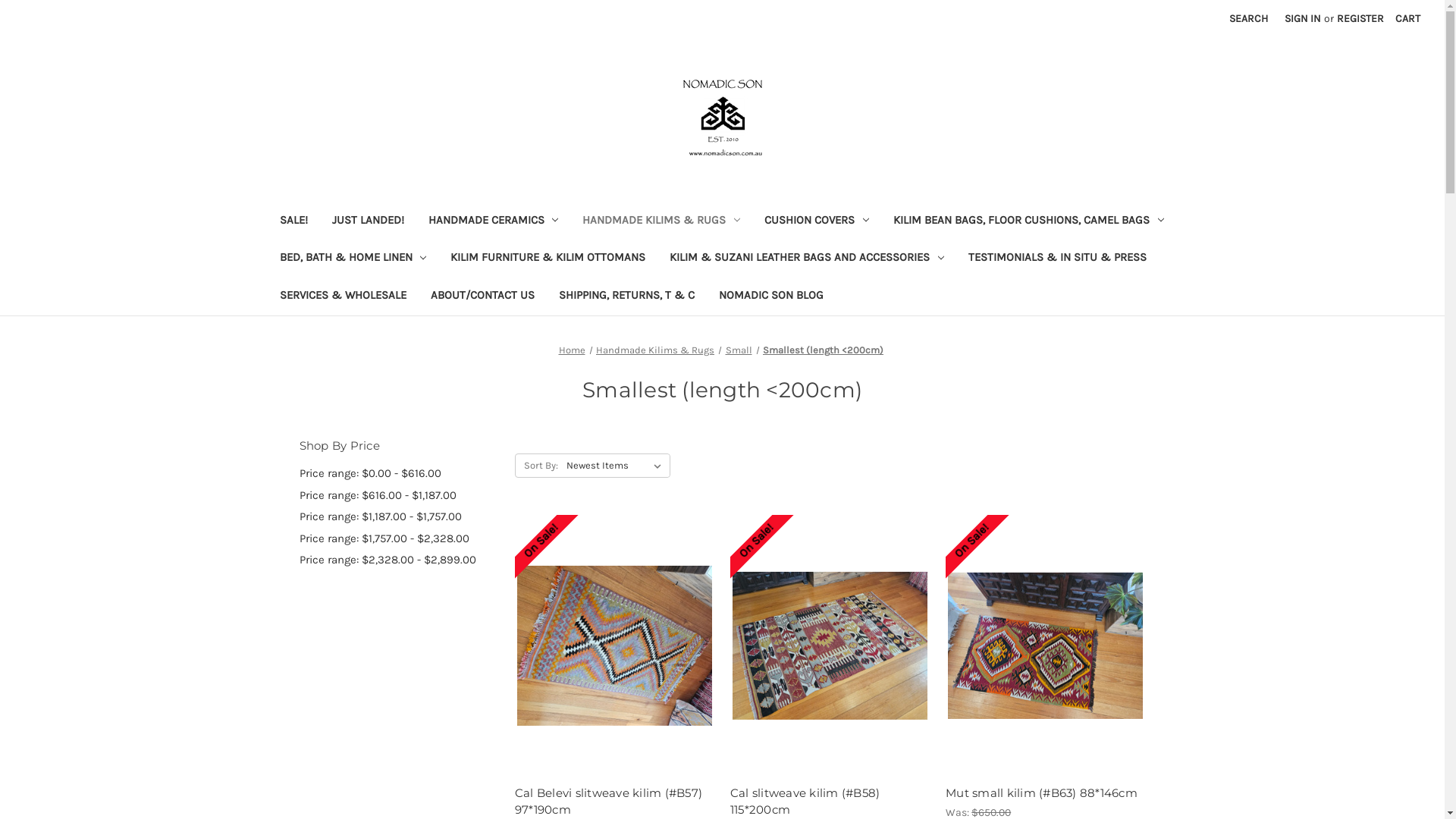 This screenshot has height=819, width=1456. What do you see at coordinates (293, 221) in the screenshot?
I see `'SALE!'` at bounding box center [293, 221].